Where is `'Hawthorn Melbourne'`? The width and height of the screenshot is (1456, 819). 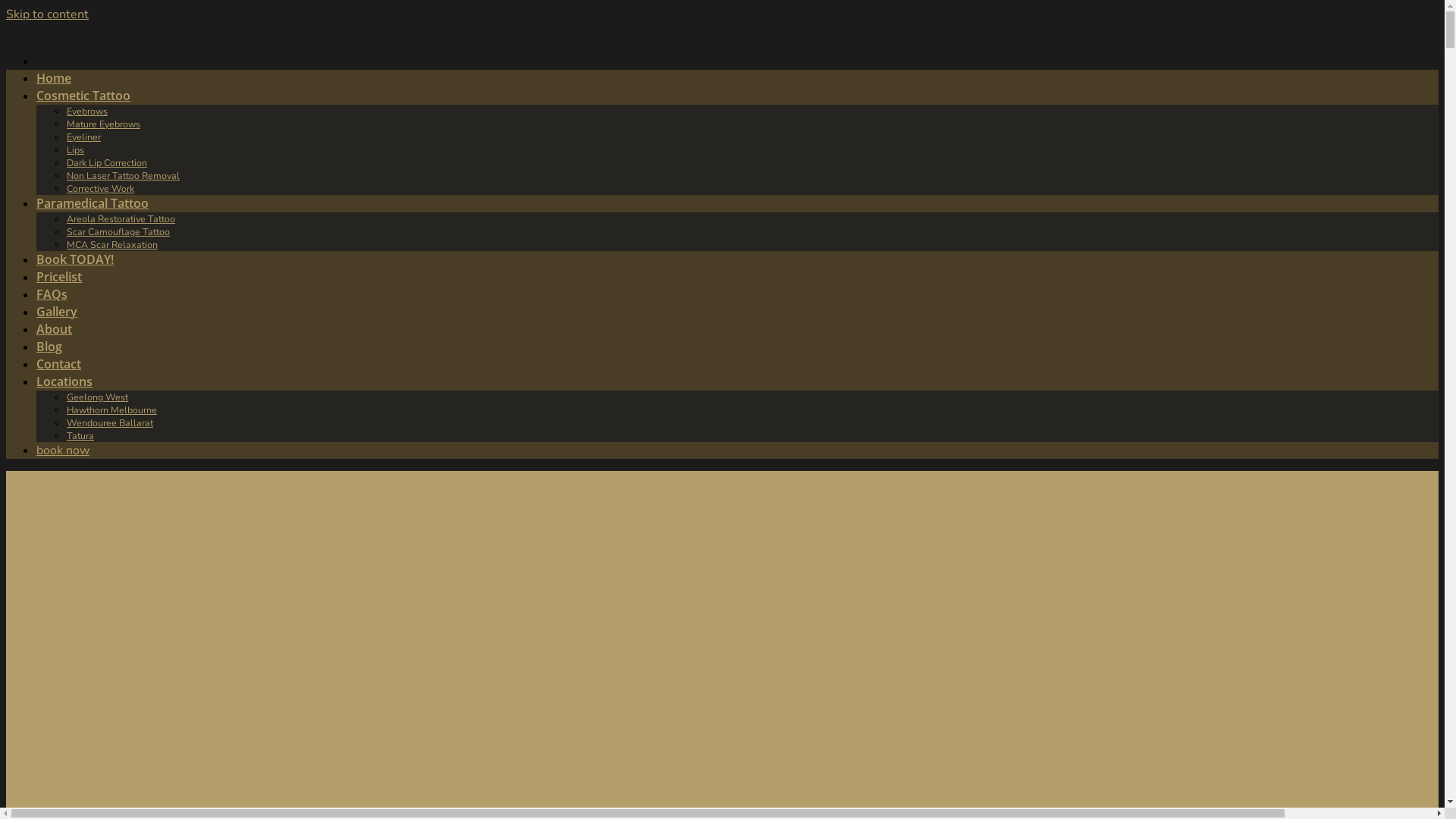
'Hawthorn Melbourne' is located at coordinates (111, 409).